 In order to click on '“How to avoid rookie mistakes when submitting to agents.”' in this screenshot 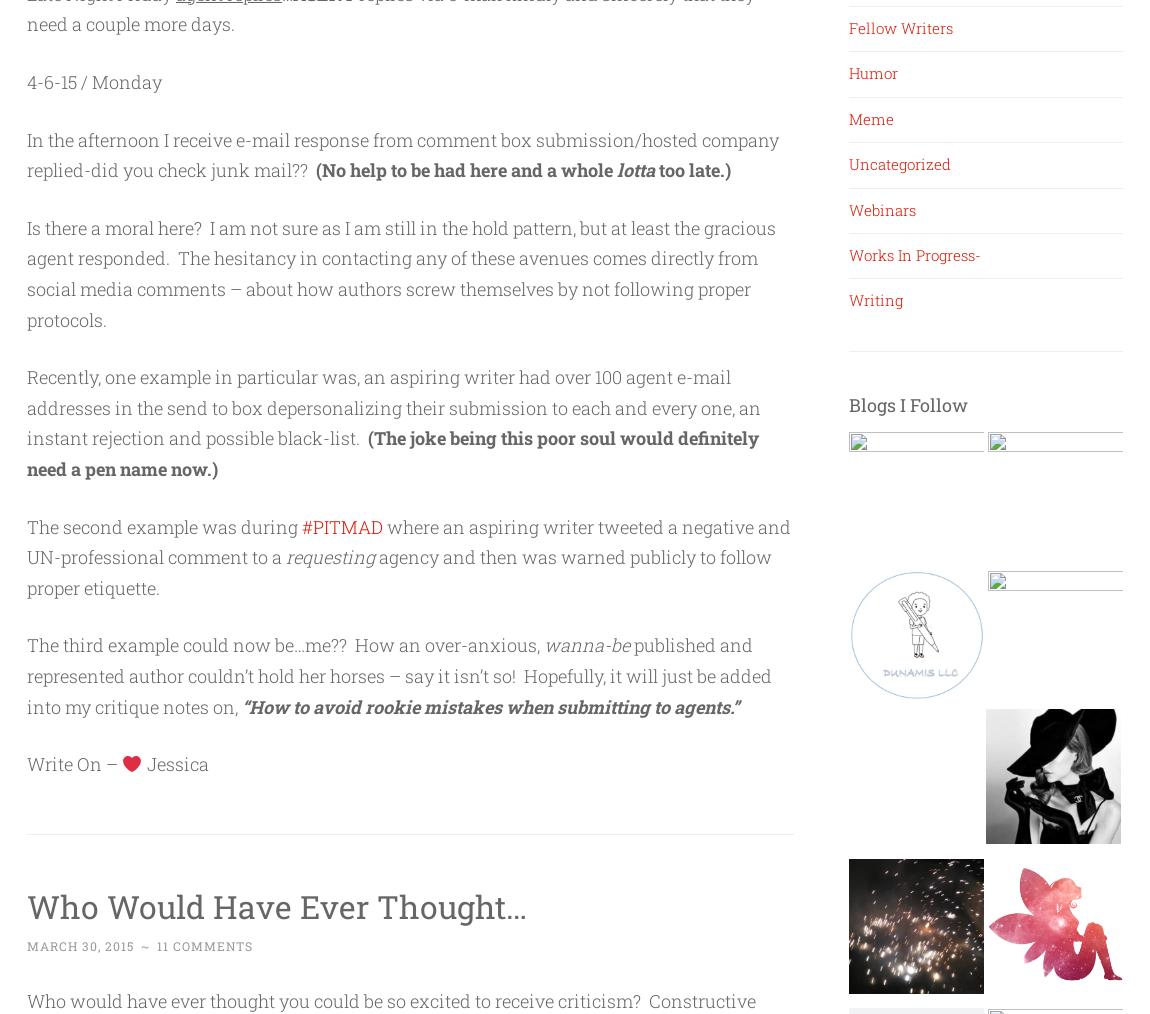, I will do `click(240, 705)`.